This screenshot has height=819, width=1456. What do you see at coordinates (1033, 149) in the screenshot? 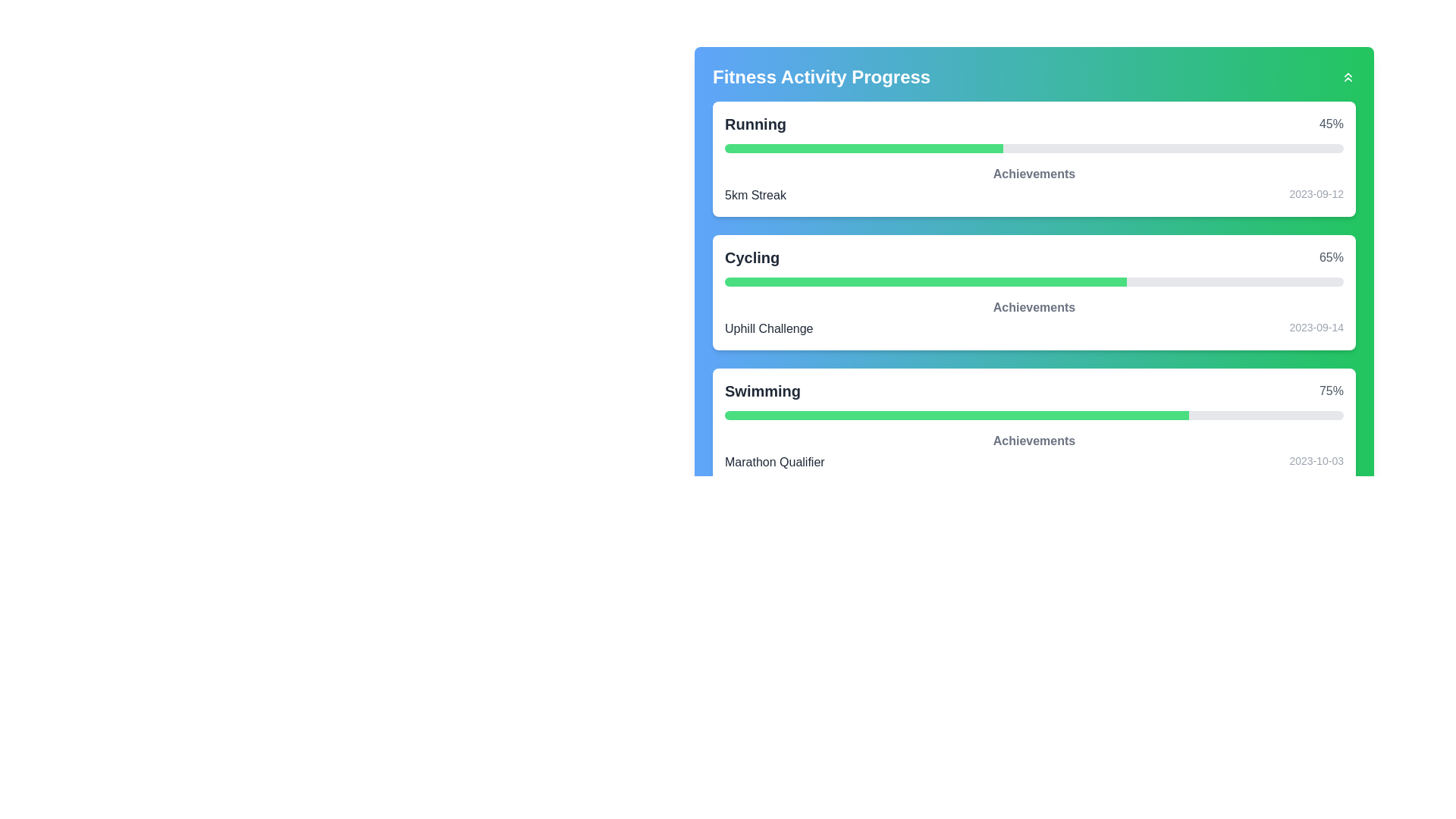
I see `the progress bar located in the 'Running' section, which visually indicates 45% completion with a green-filled portion` at bounding box center [1033, 149].